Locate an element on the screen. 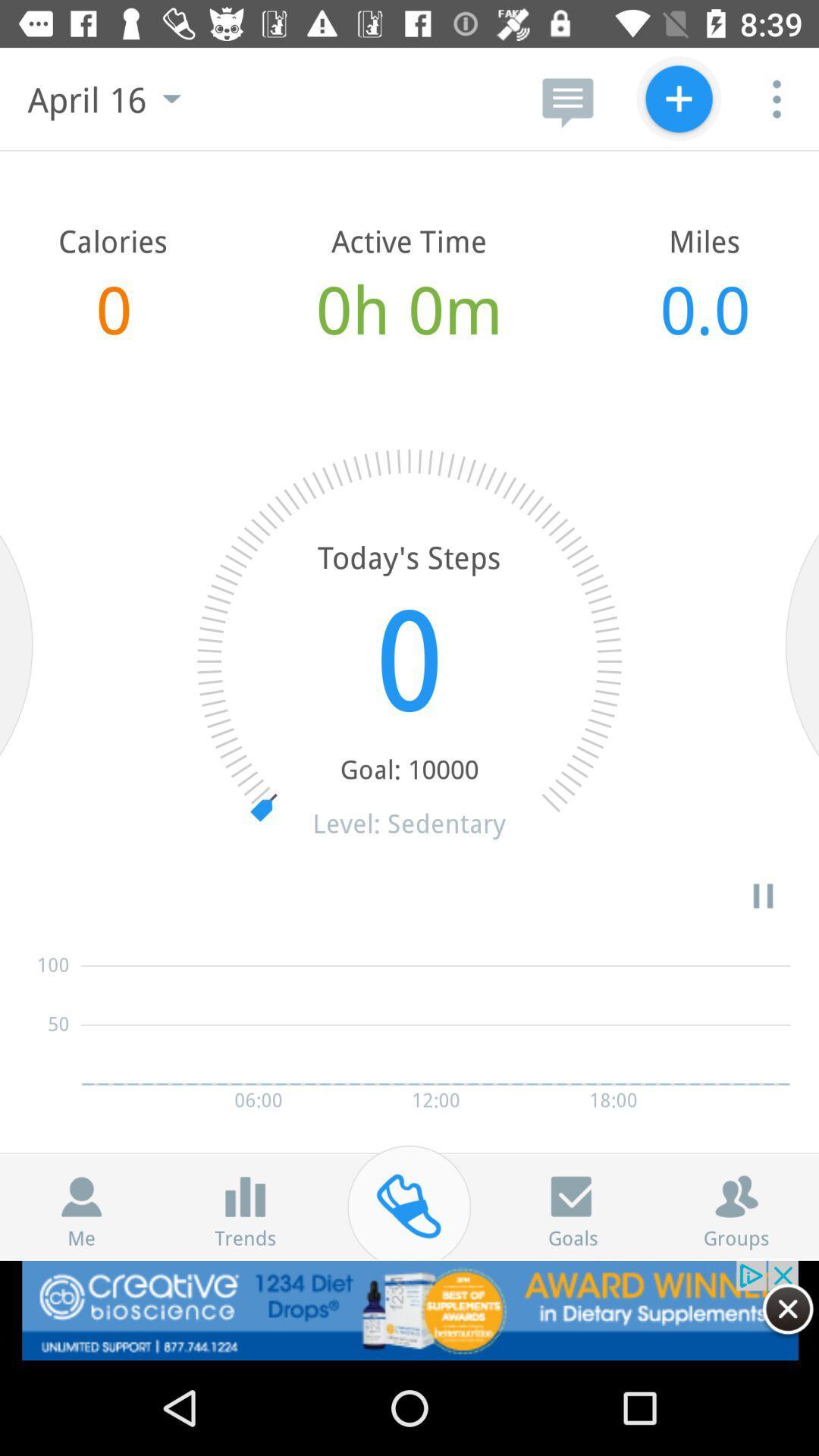 Image resolution: width=819 pixels, height=1456 pixels. the avatar icon is located at coordinates (81, 1196).